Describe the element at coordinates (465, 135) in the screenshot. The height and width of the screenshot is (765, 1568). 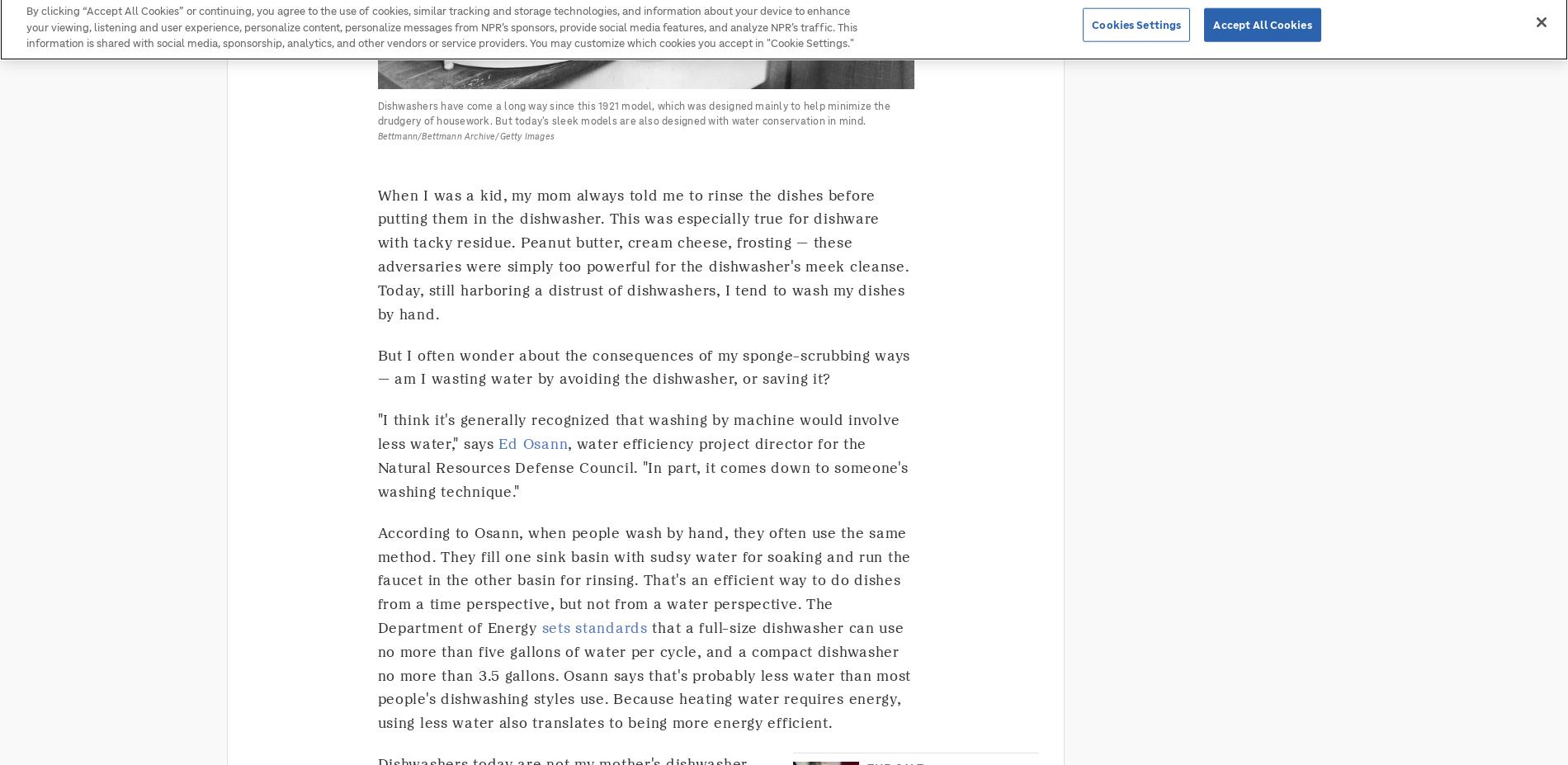
I see `'Bettmann/Bettmann Archive/Getty Images'` at that location.